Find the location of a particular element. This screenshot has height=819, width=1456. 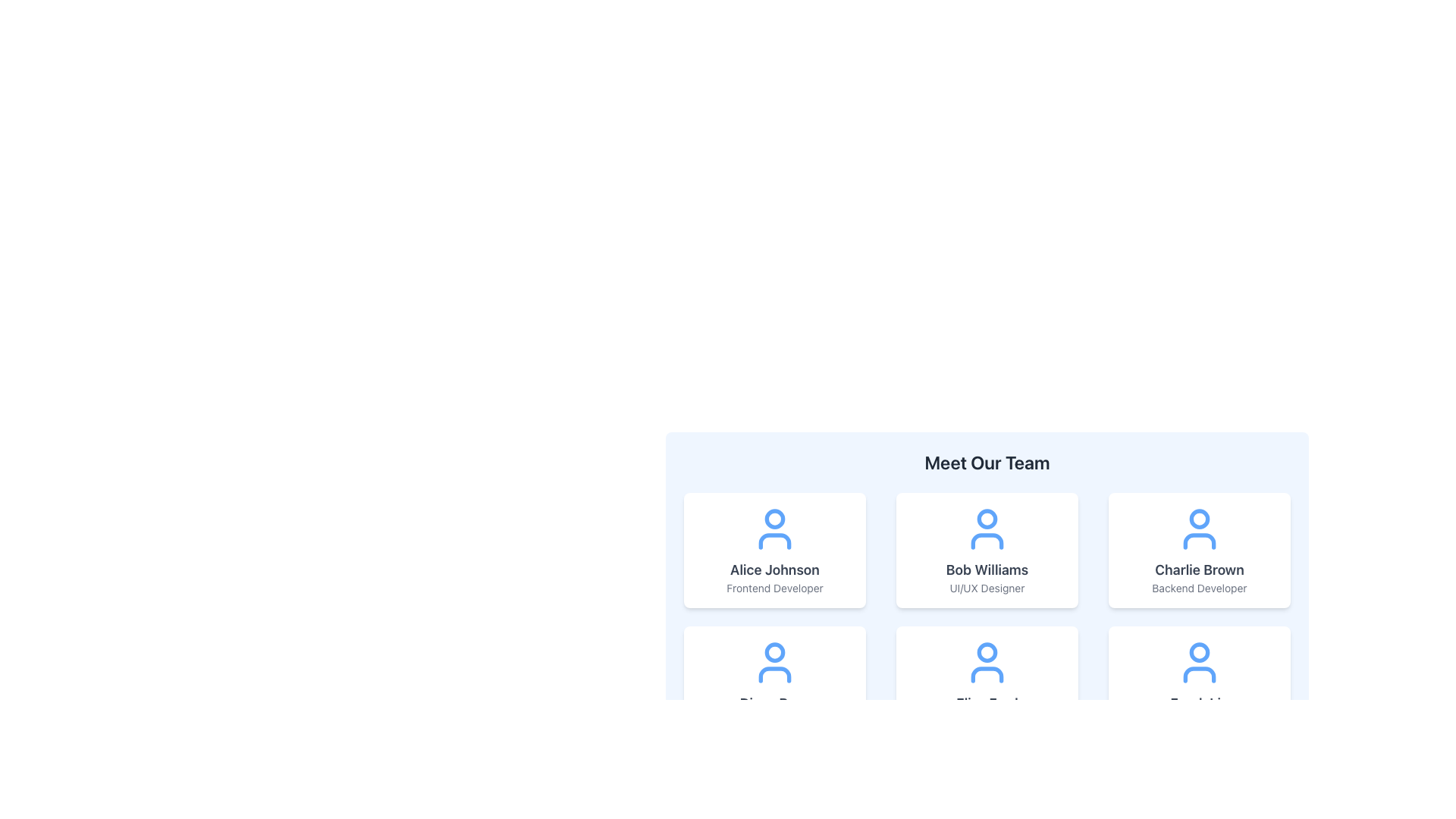

the circular graphical element with a blue border and white fill representing the head of the avatar icon for Alice Johnson, the Frontend Developer, in the 'Meet Our Team' section is located at coordinates (774, 517).